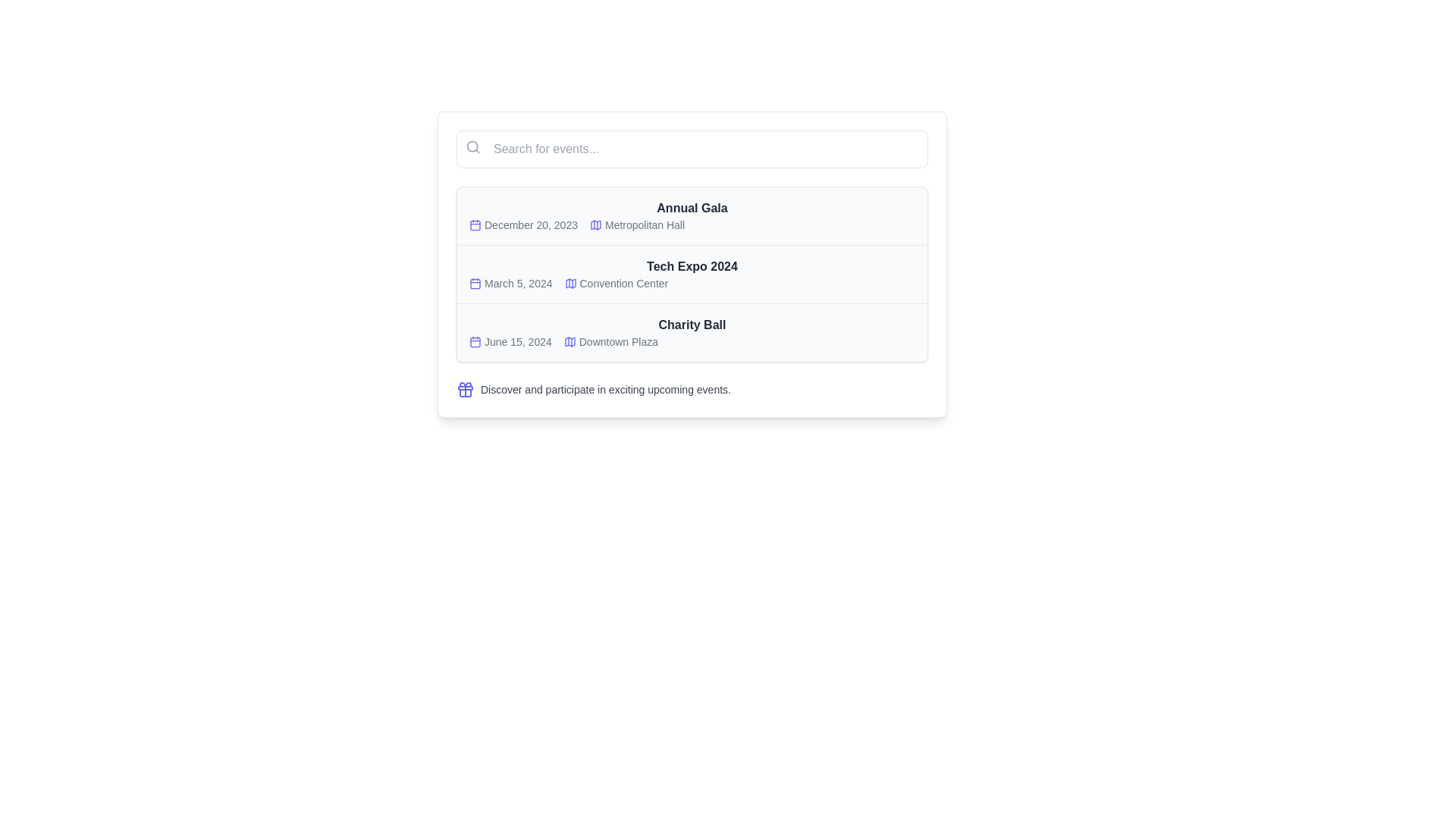 This screenshot has width=1456, height=819. Describe the element at coordinates (616, 284) in the screenshot. I see `the link labeled 'Convention Center' with an indigo icon` at that location.